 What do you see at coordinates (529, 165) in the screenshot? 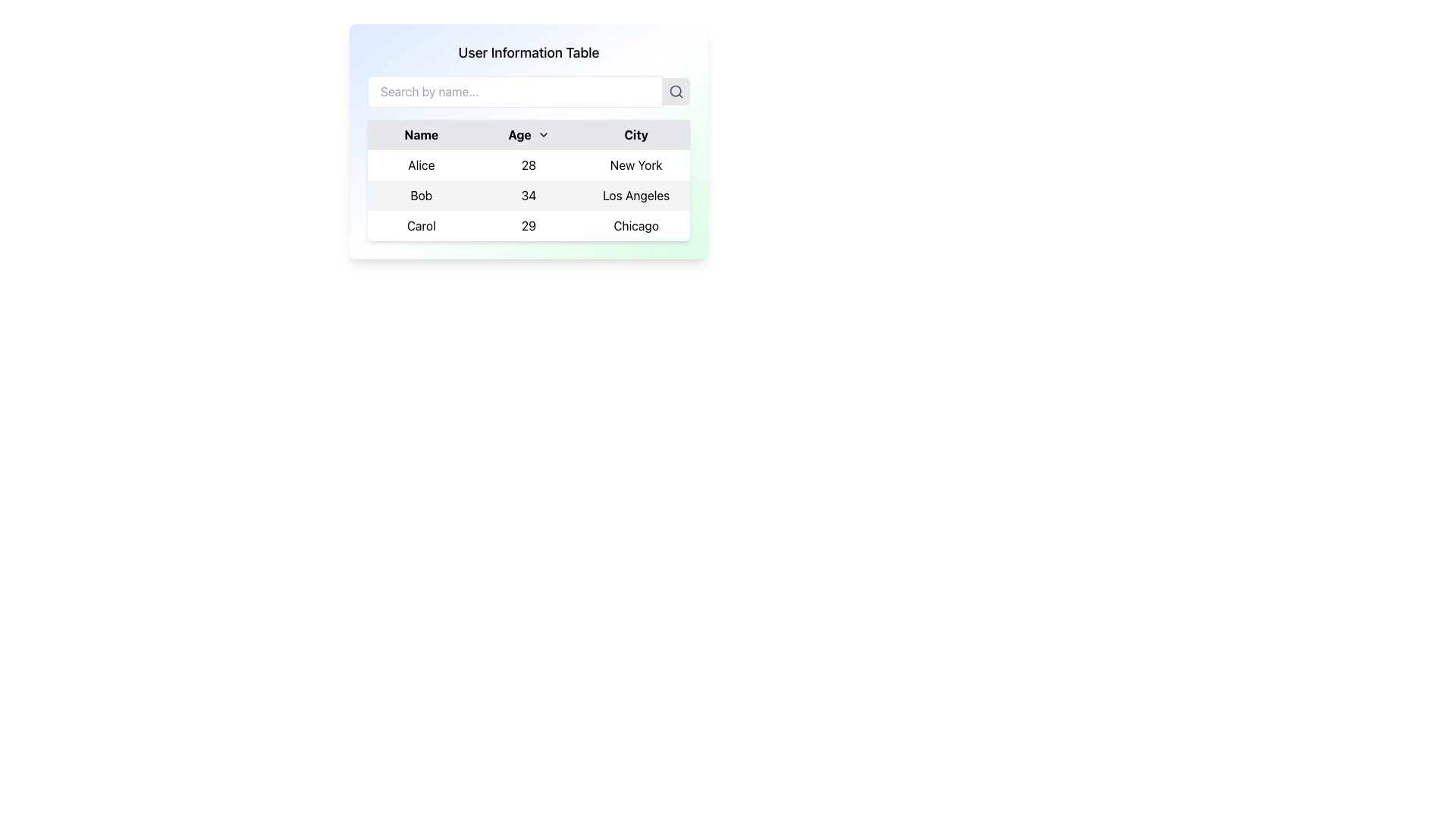
I see `the table cell in the 'Age' column corresponding to user 'Alice'` at bounding box center [529, 165].